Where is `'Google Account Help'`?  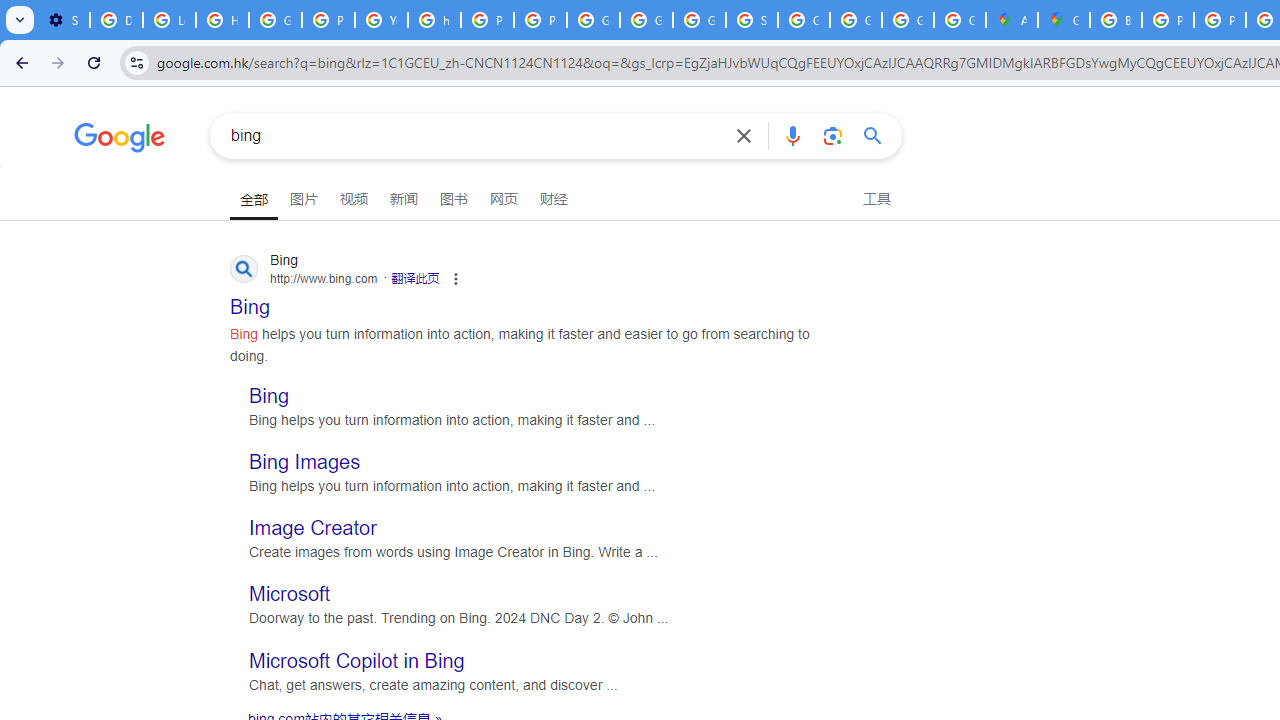
'Google Account Help' is located at coordinates (274, 20).